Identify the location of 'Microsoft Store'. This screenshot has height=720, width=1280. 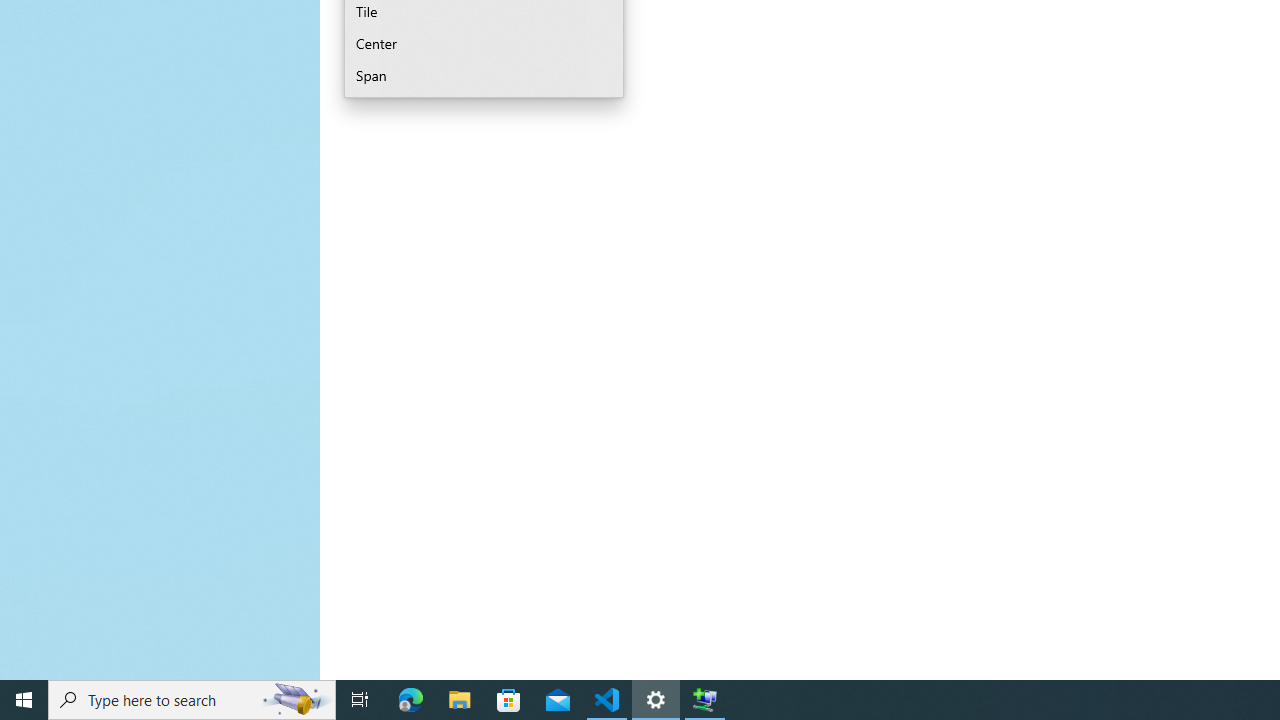
(509, 698).